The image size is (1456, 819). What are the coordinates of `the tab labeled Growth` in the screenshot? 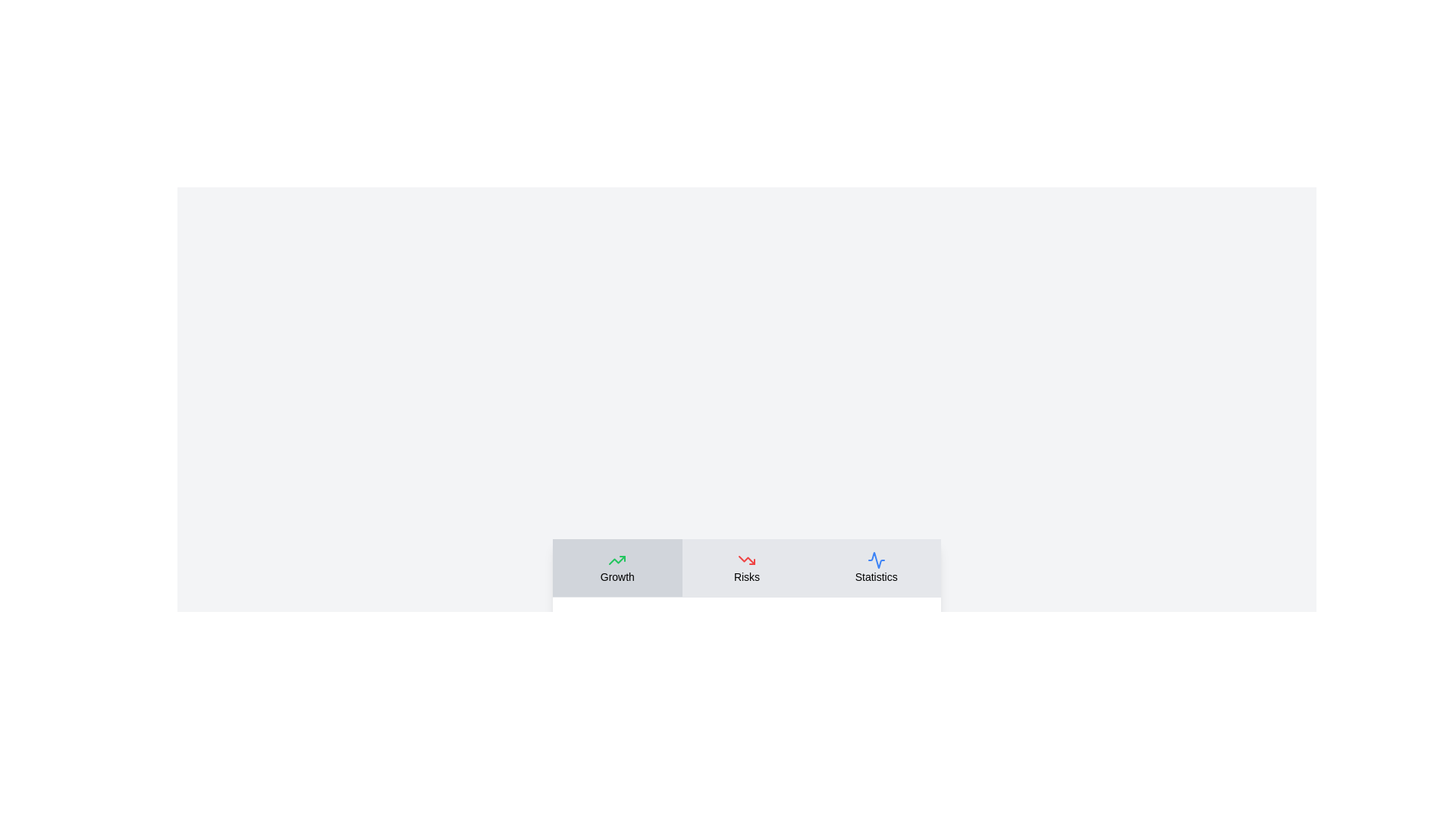 It's located at (617, 567).